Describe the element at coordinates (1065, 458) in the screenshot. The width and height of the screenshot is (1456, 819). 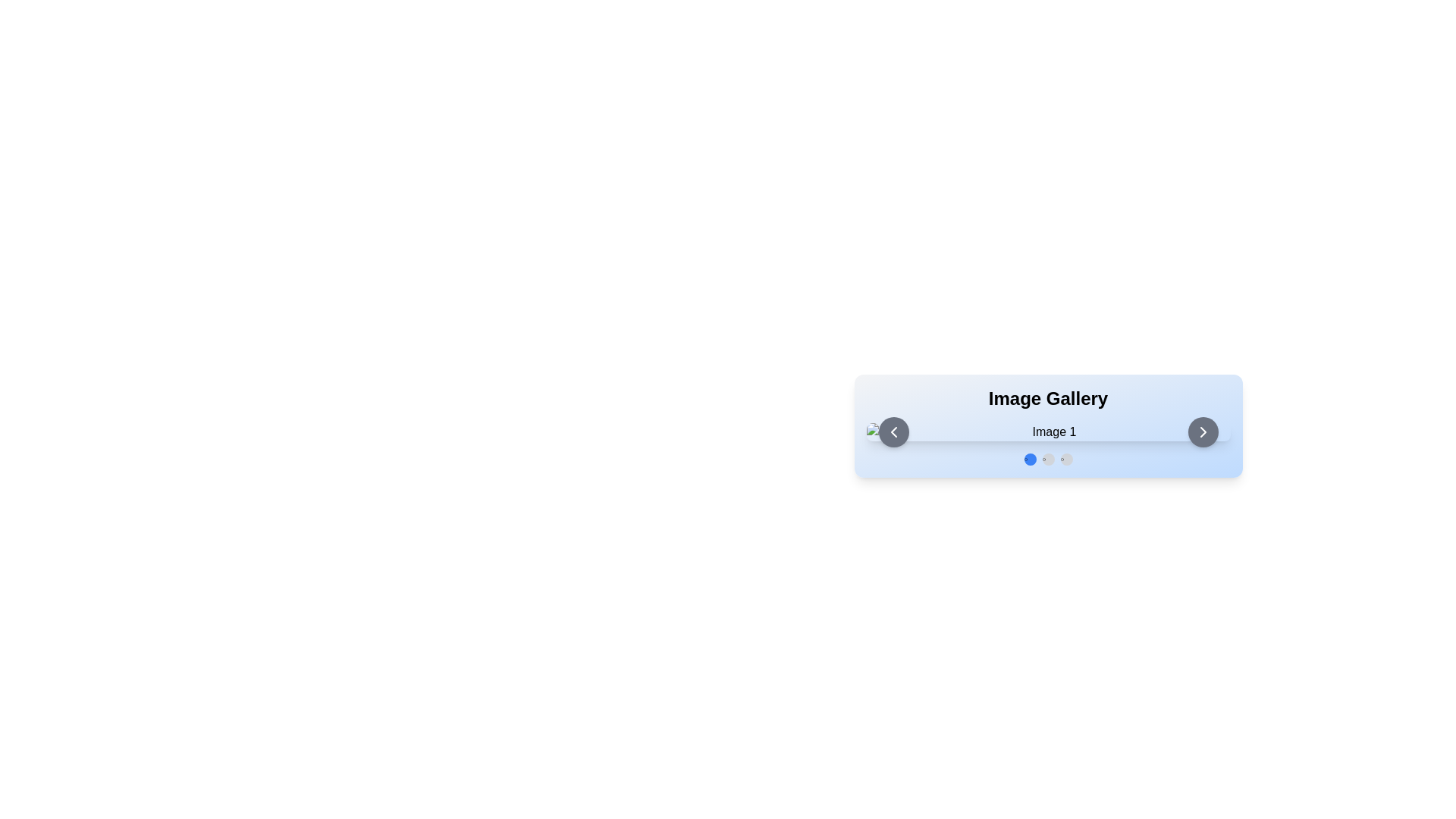
I see `the Navigation button that allows users to navigate to the third item in the gallery, located below the 'Image Gallery' section and situated between a gray circular button and a blue circular button` at that location.